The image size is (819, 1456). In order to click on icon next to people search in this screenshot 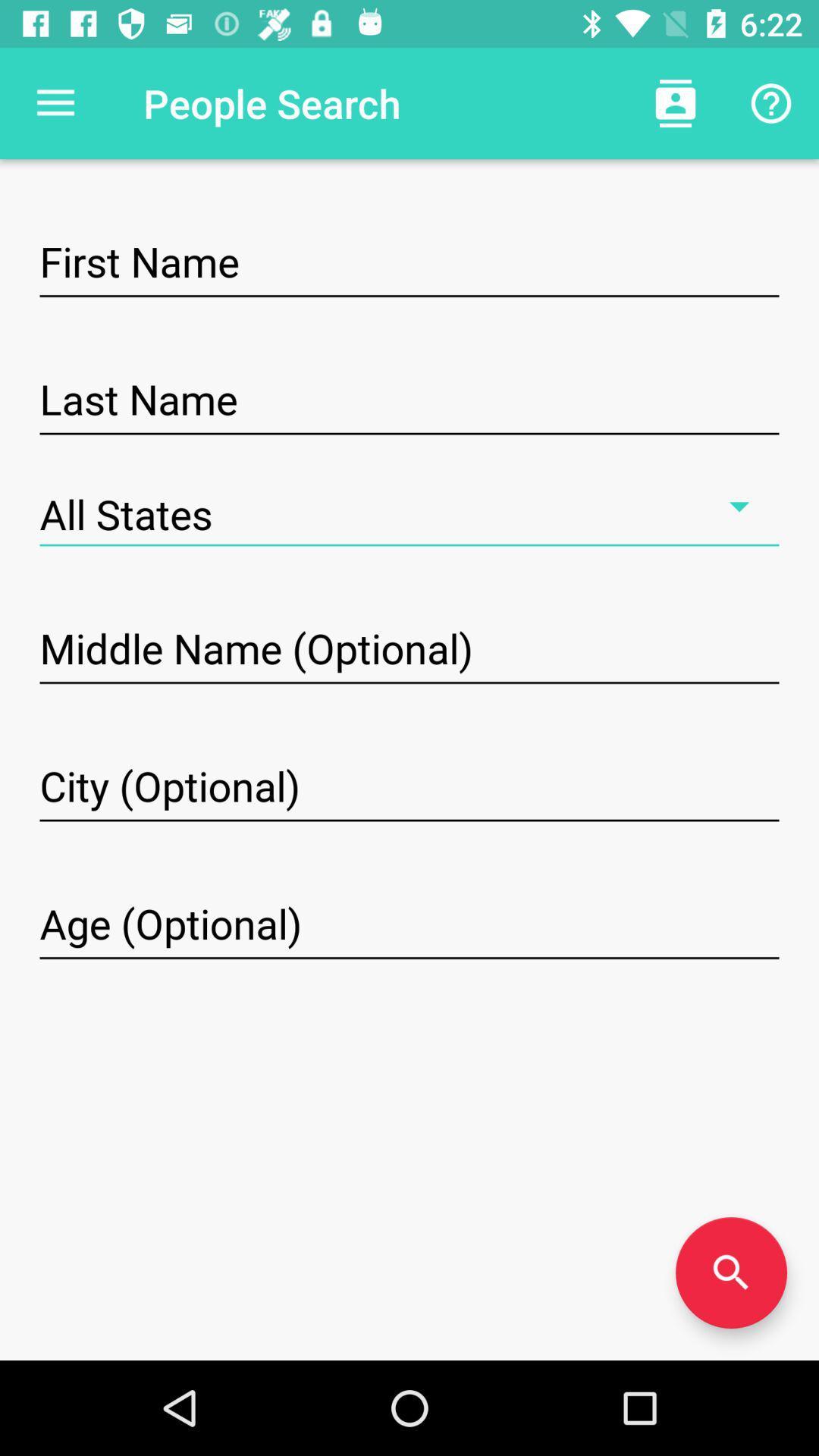, I will do `click(55, 102)`.